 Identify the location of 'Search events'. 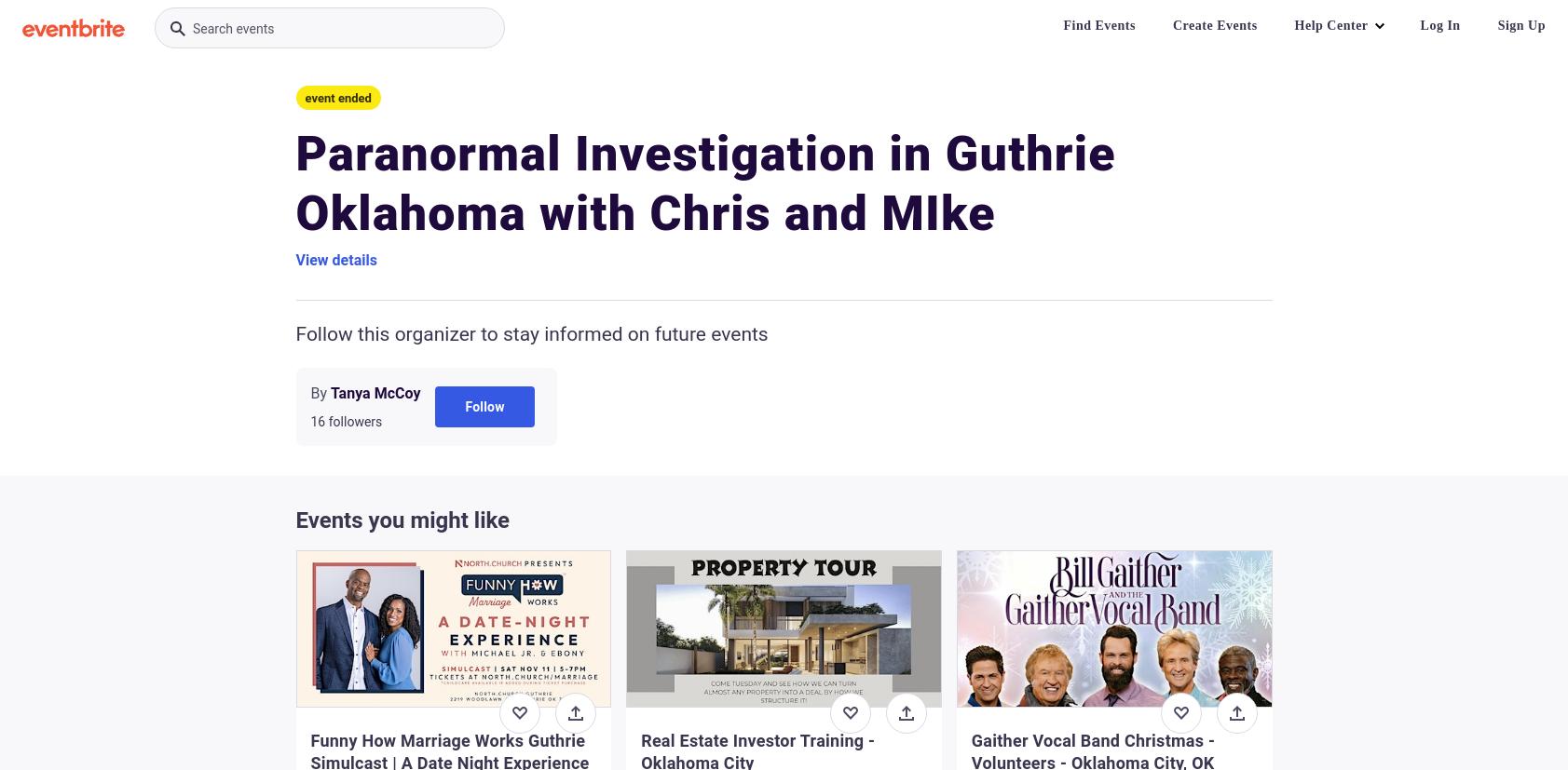
(232, 29).